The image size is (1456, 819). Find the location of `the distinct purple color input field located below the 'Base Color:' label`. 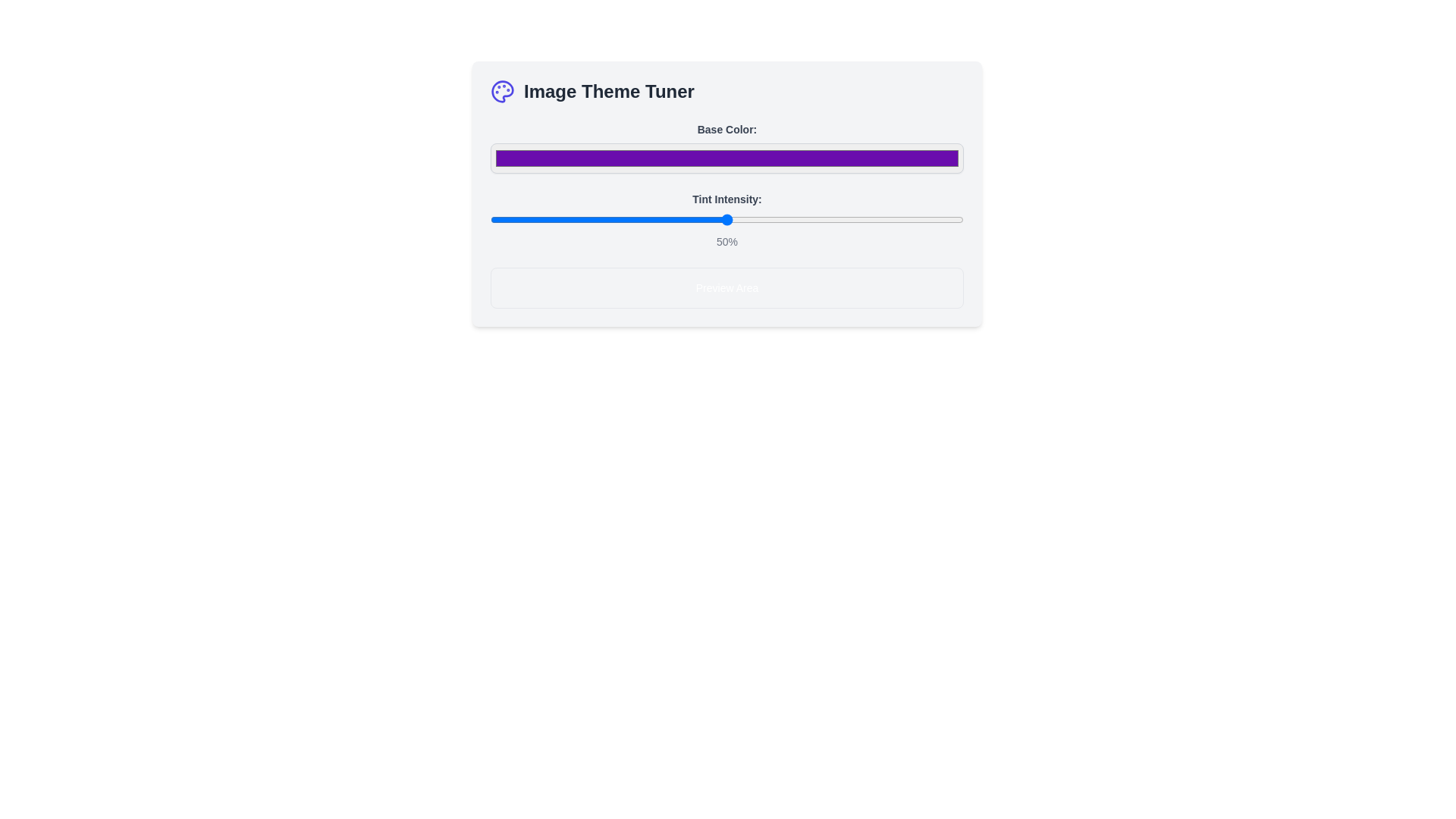

the distinct purple color input field located below the 'Base Color:' label is located at coordinates (726, 158).